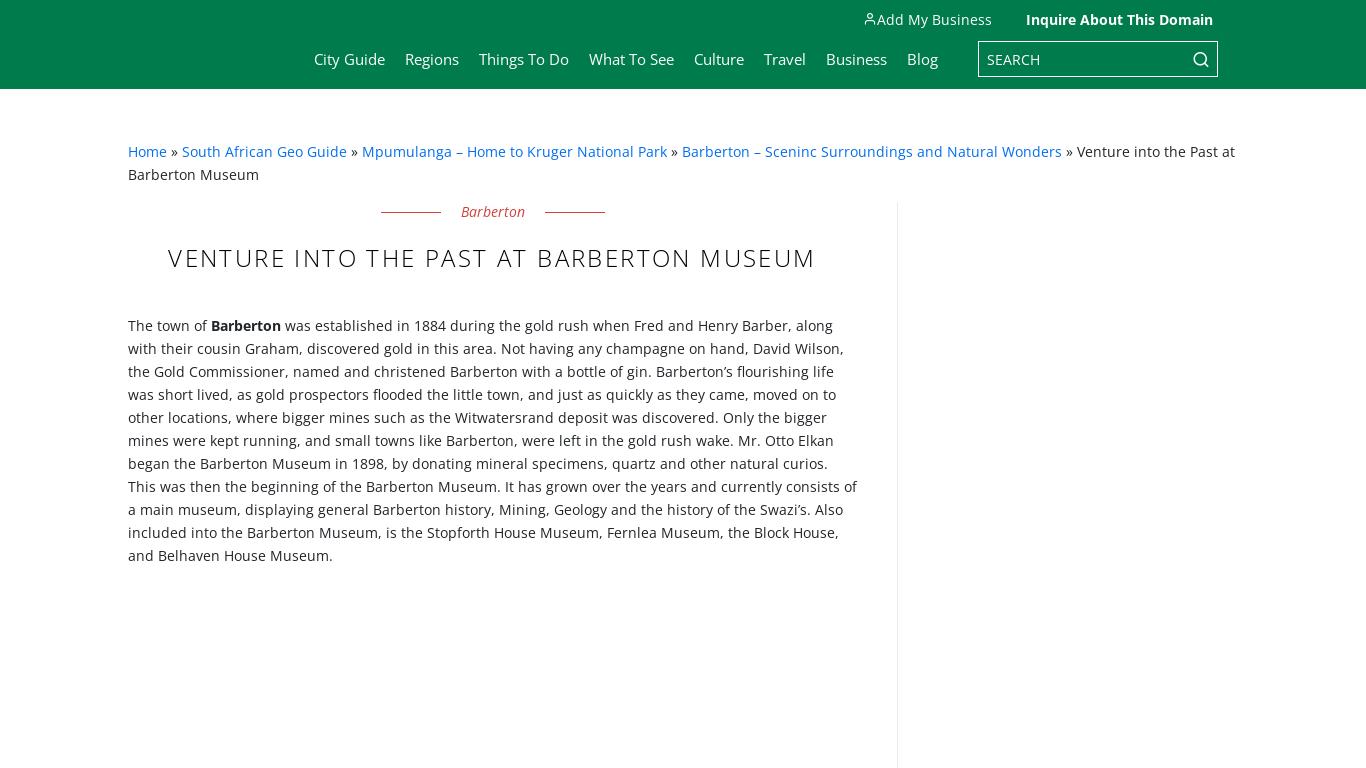  Describe the element at coordinates (404, 58) in the screenshot. I see `'Regions'` at that location.